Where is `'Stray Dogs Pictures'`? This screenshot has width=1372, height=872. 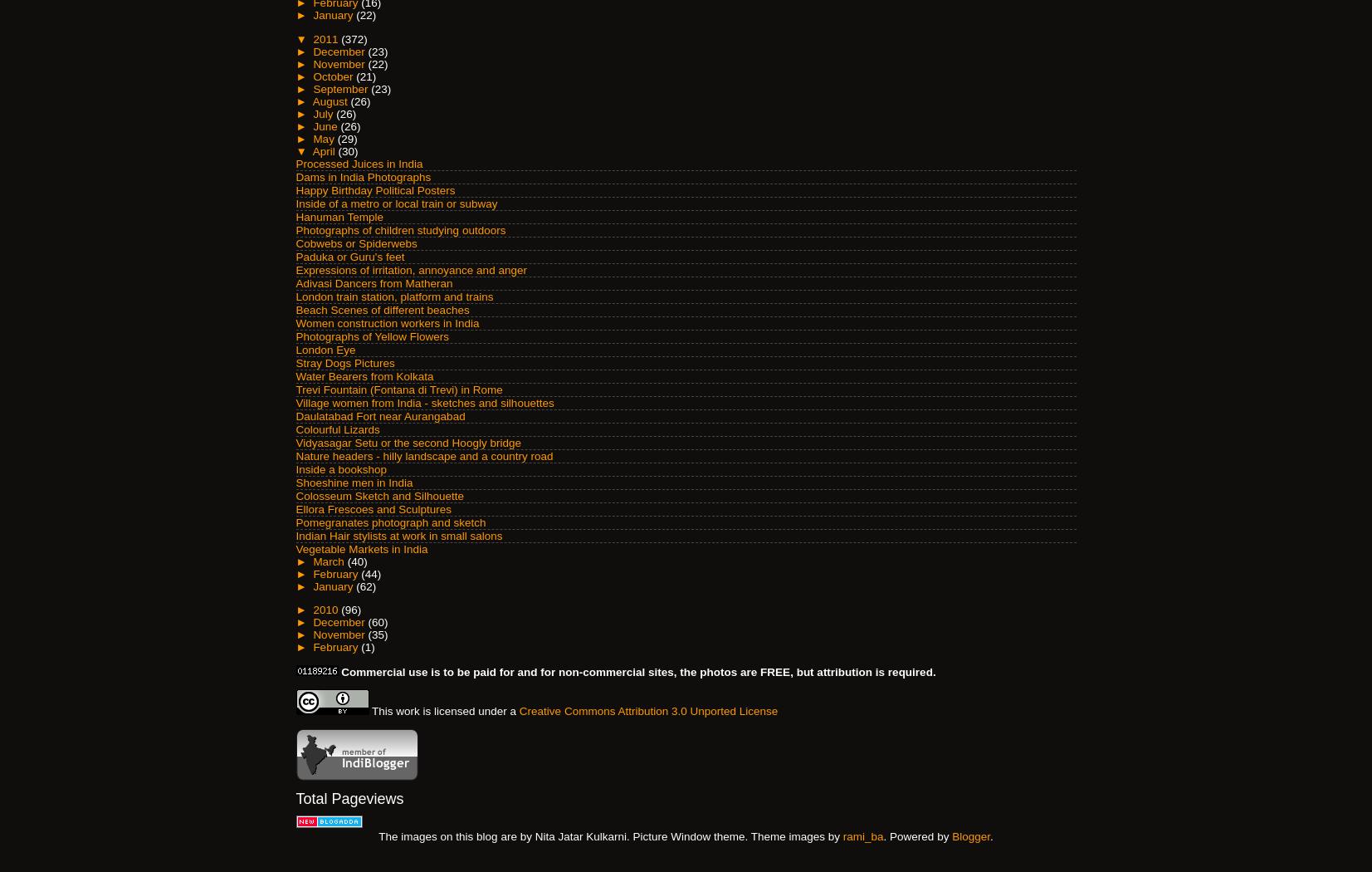 'Stray Dogs Pictures' is located at coordinates (344, 361).